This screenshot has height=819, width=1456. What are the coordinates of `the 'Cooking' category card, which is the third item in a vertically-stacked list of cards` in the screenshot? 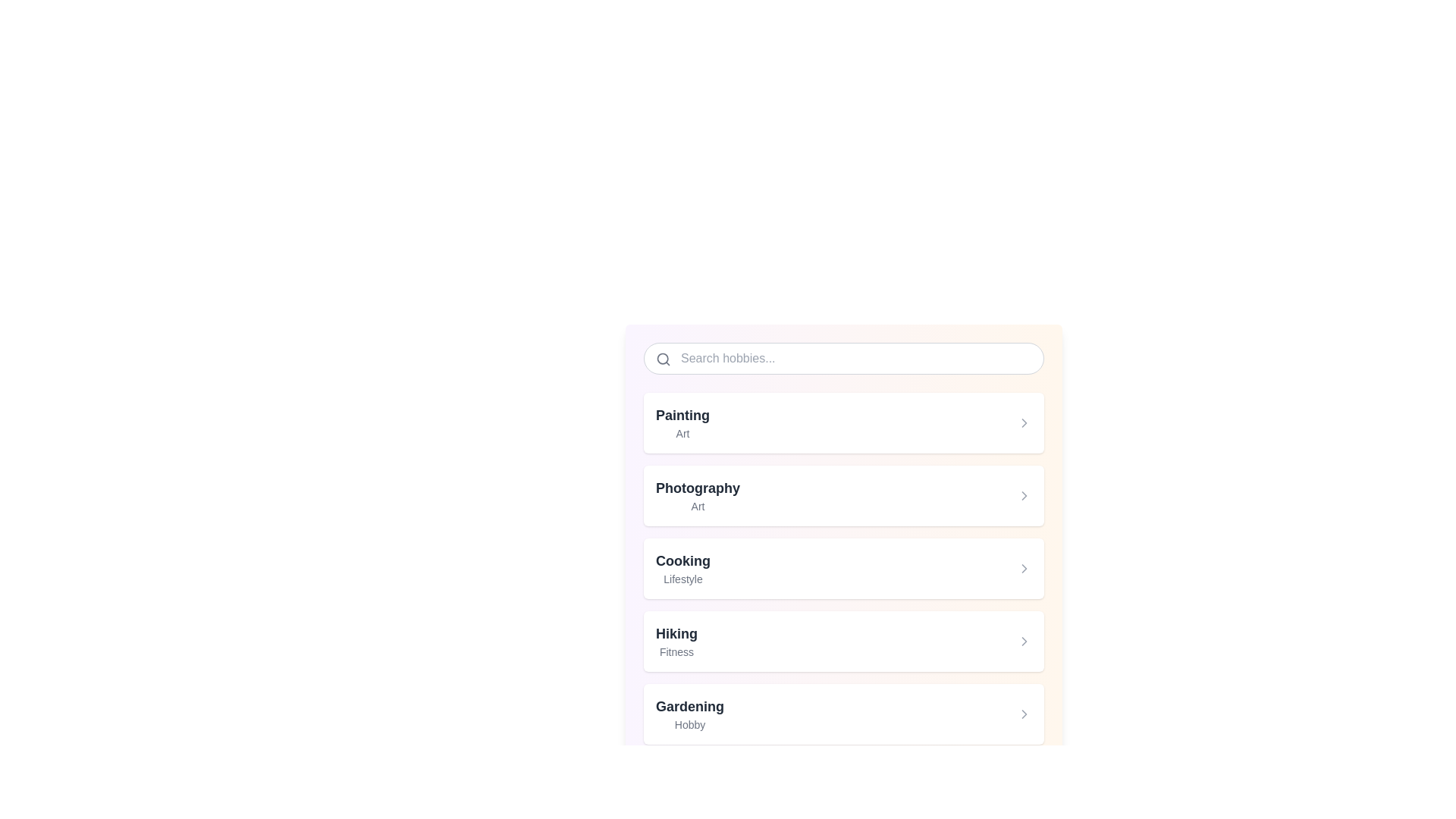 It's located at (843, 568).